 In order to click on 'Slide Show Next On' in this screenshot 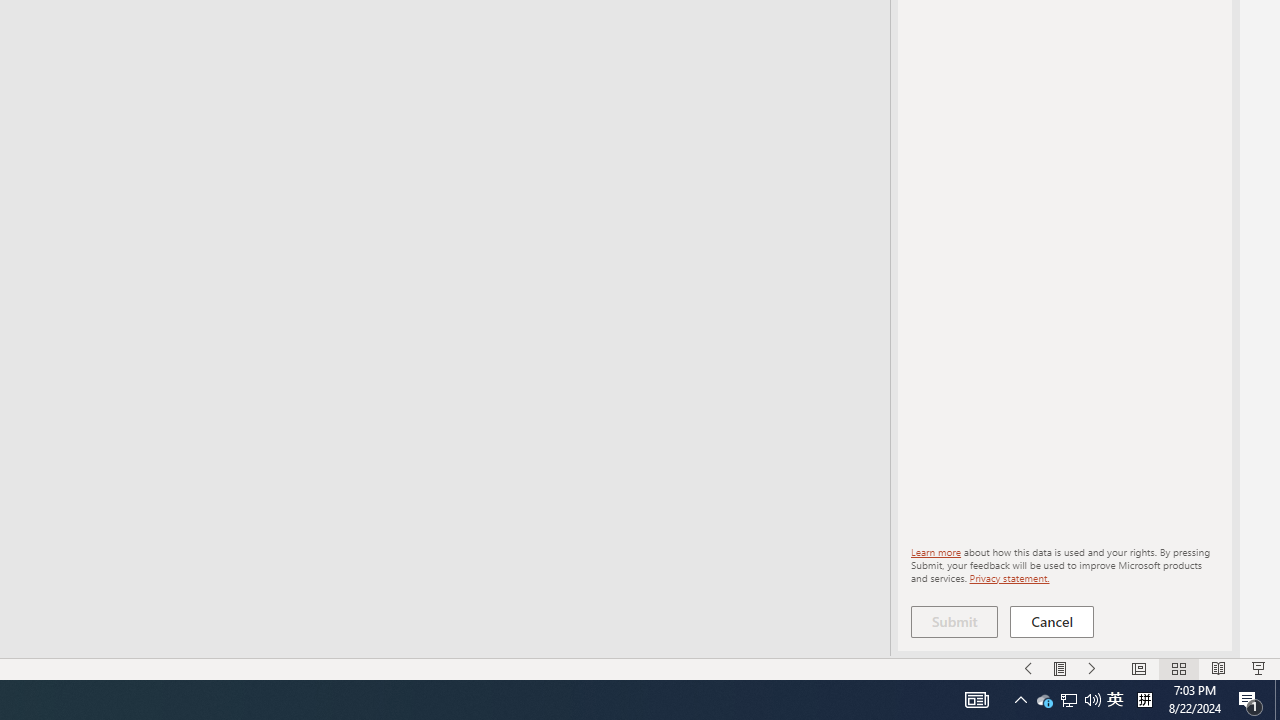, I will do `click(1091, 669)`.